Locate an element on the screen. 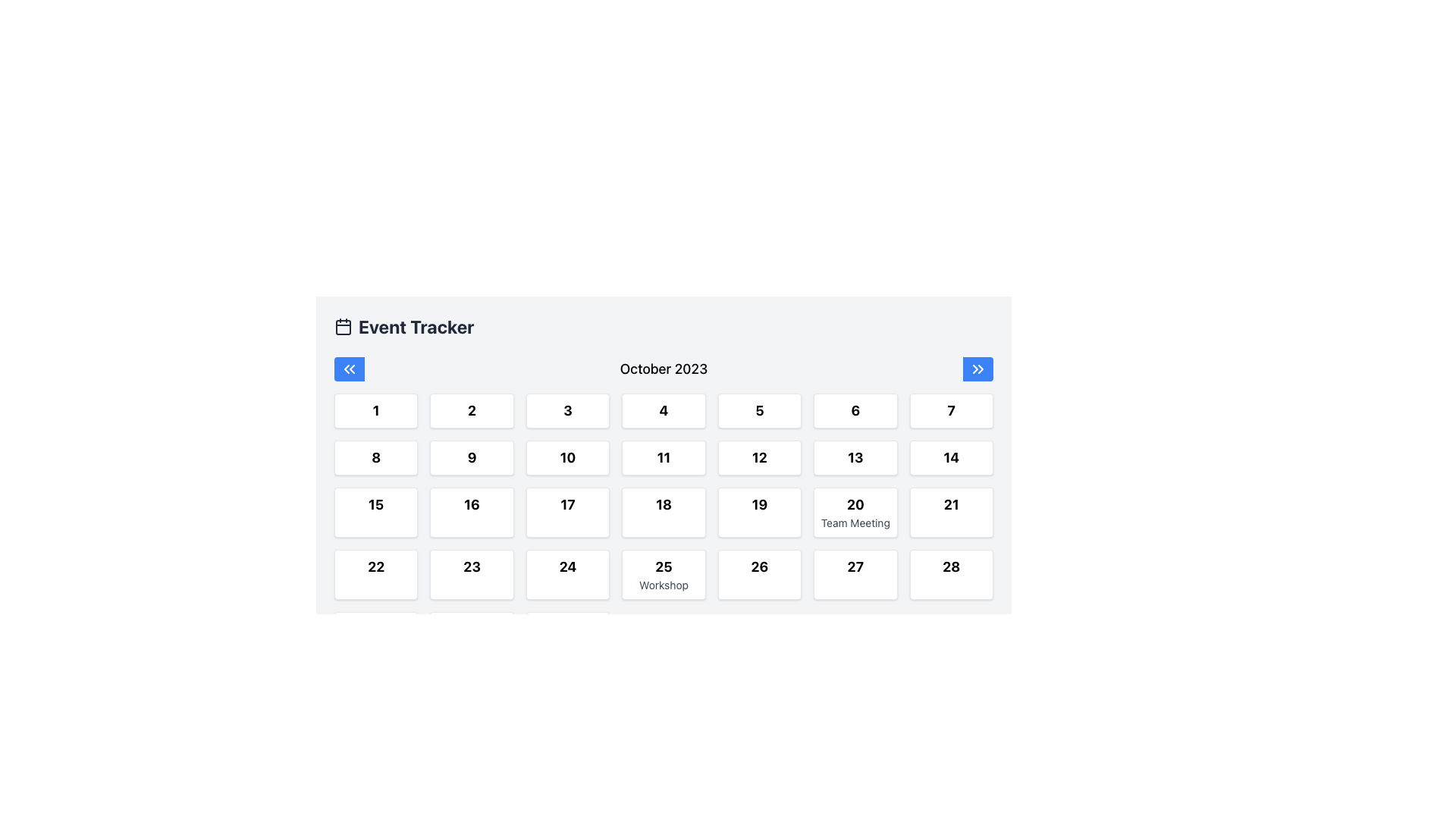 The image size is (1456, 819). the text label providing details about the event scheduled on October 25, located below the bold number '25' in the calendar cell is located at coordinates (664, 584).